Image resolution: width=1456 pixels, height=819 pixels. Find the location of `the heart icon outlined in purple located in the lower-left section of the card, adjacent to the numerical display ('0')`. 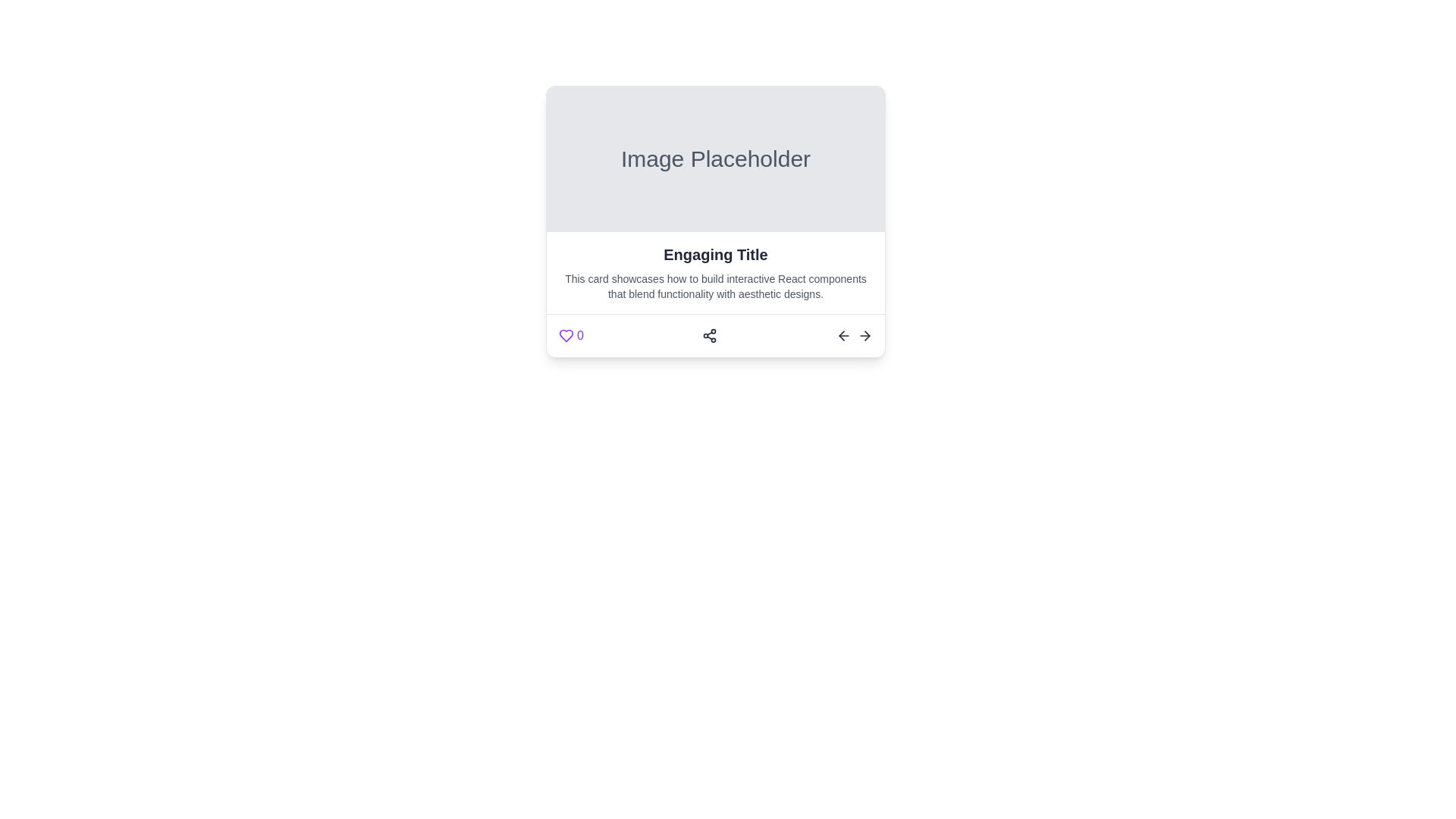

the heart icon outlined in purple located in the lower-left section of the card, adjacent to the numerical display ('0') is located at coordinates (566, 335).